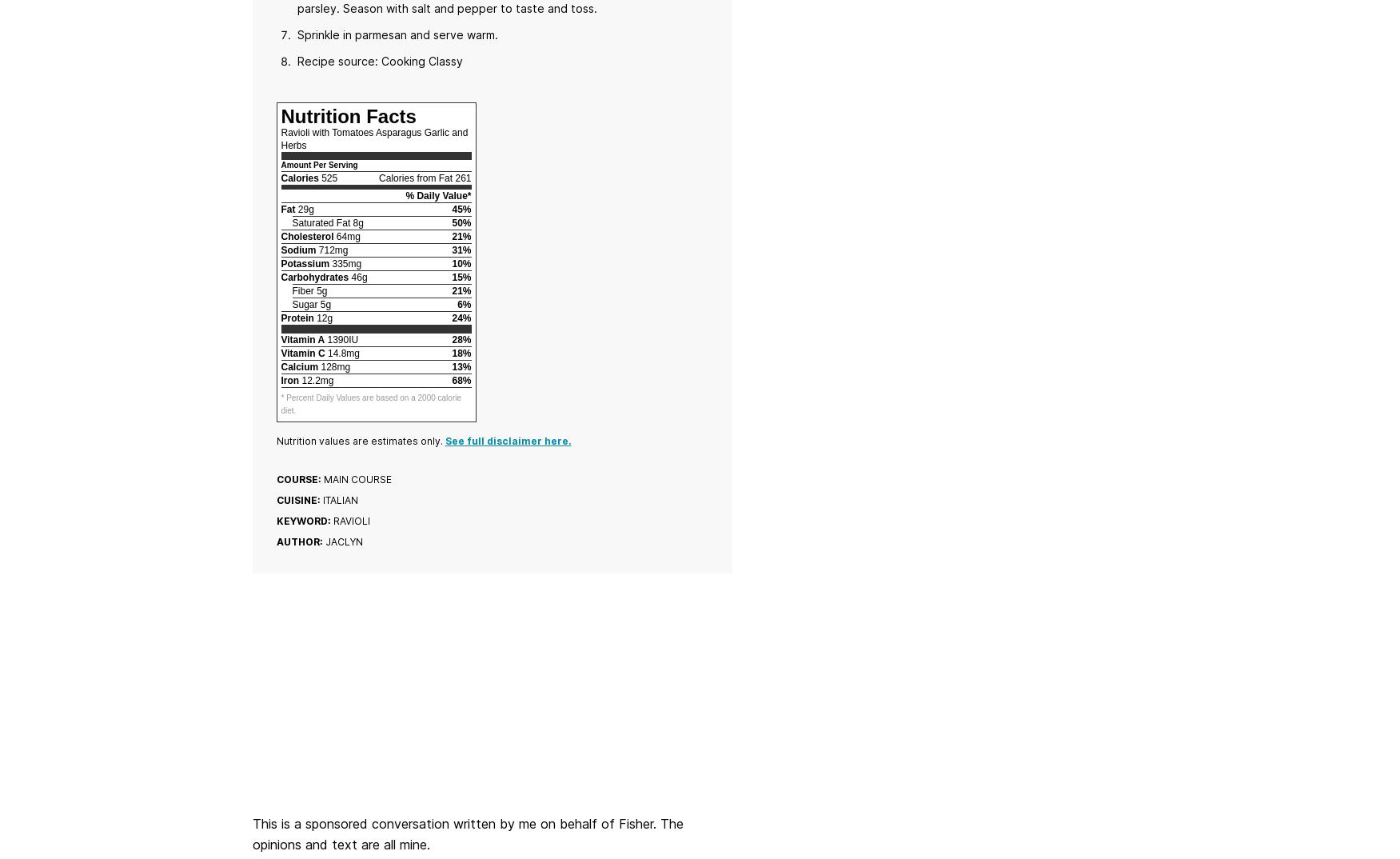 This screenshot has height=859, width=1400. What do you see at coordinates (313, 277) in the screenshot?
I see `'Carbohydrates'` at bounding box center [313, 277].